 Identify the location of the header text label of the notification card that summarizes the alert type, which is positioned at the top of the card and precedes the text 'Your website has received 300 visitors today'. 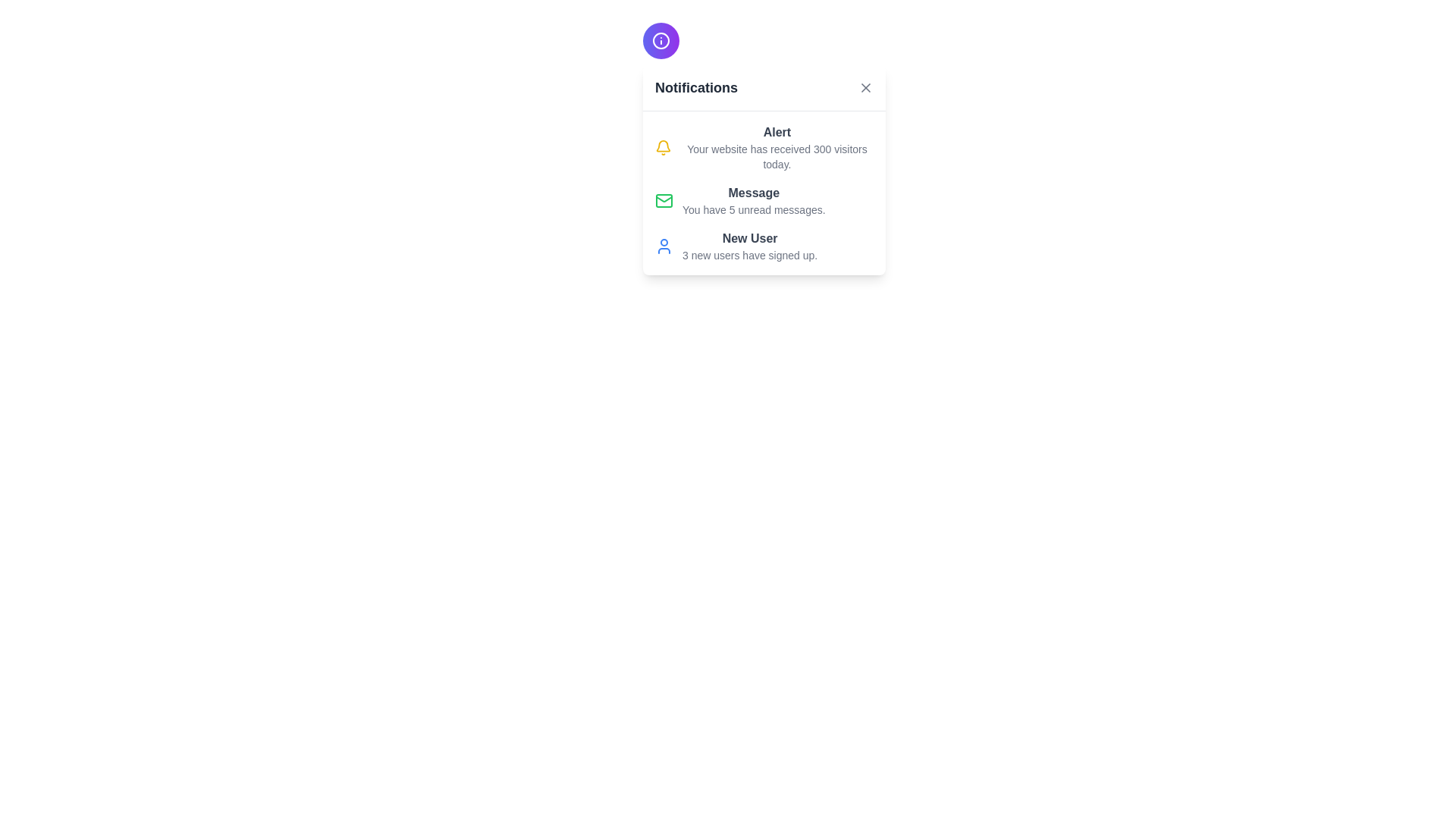
(777, 131).